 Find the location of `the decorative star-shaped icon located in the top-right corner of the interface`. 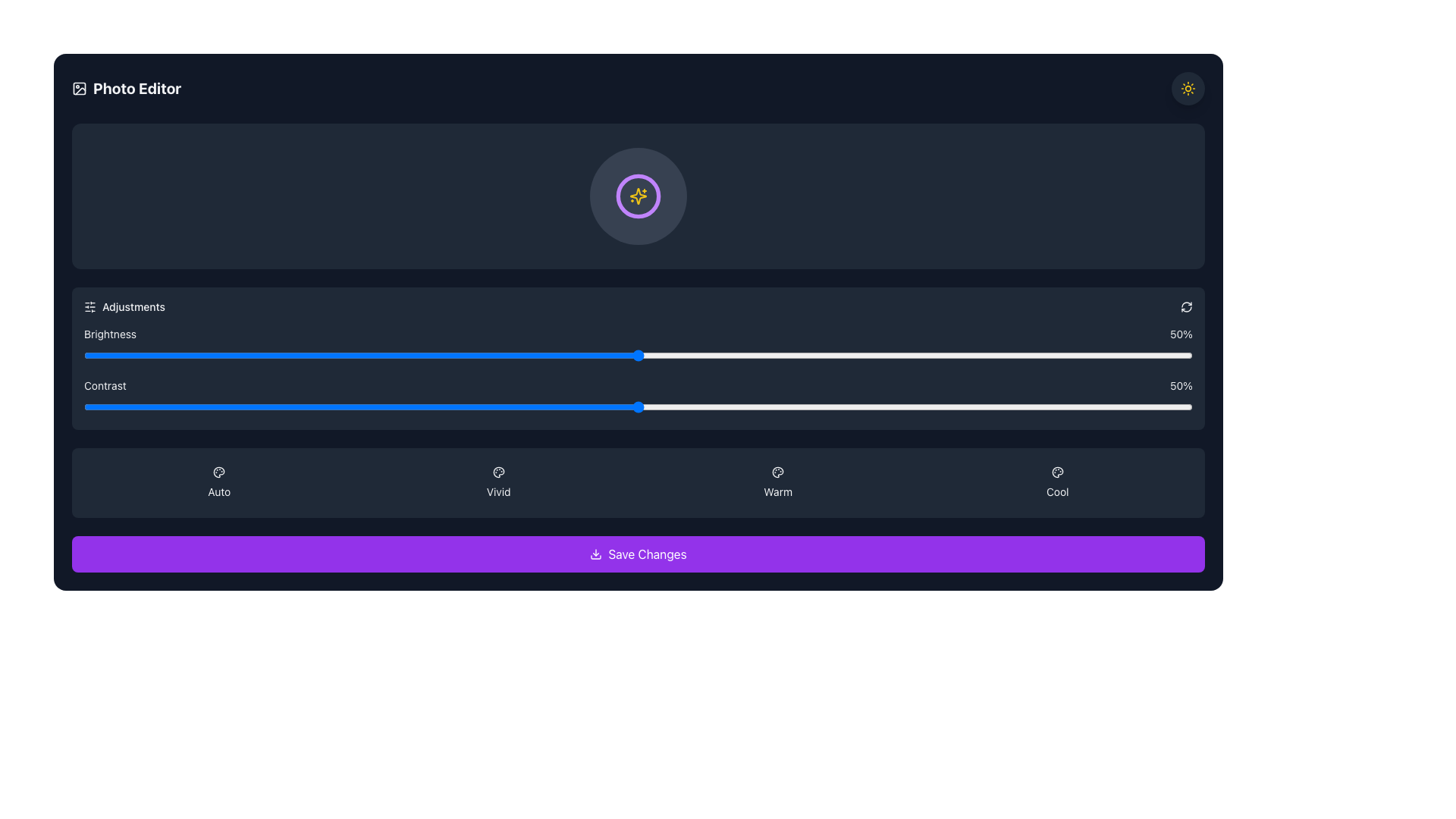

the decorative star-shaped icon located in the top-right corner of the interface is located at coordinates (638, 195).